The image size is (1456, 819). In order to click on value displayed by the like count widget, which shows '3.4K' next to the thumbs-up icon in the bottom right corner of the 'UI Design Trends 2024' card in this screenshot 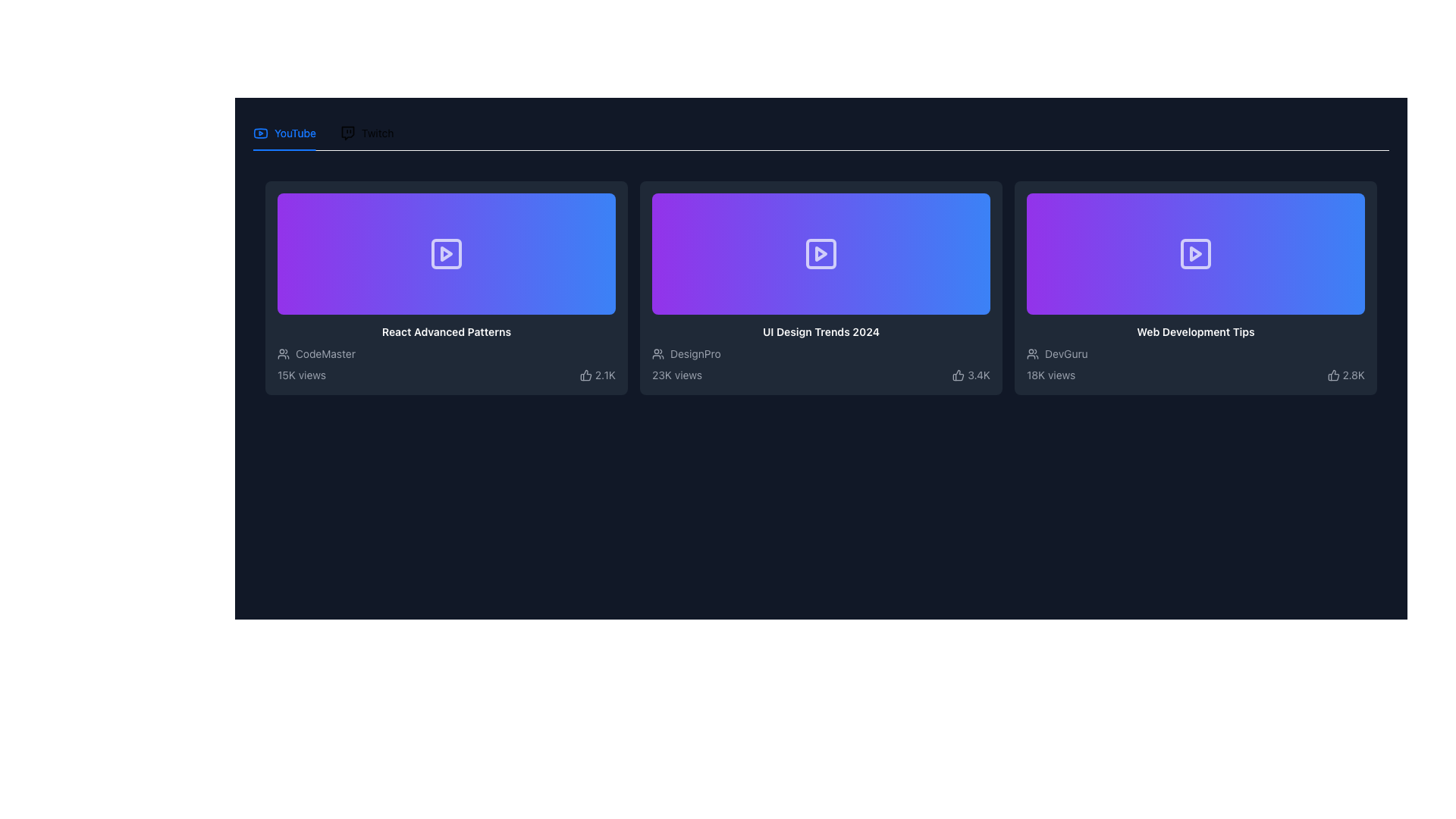, I will do `click(971, 375)`.